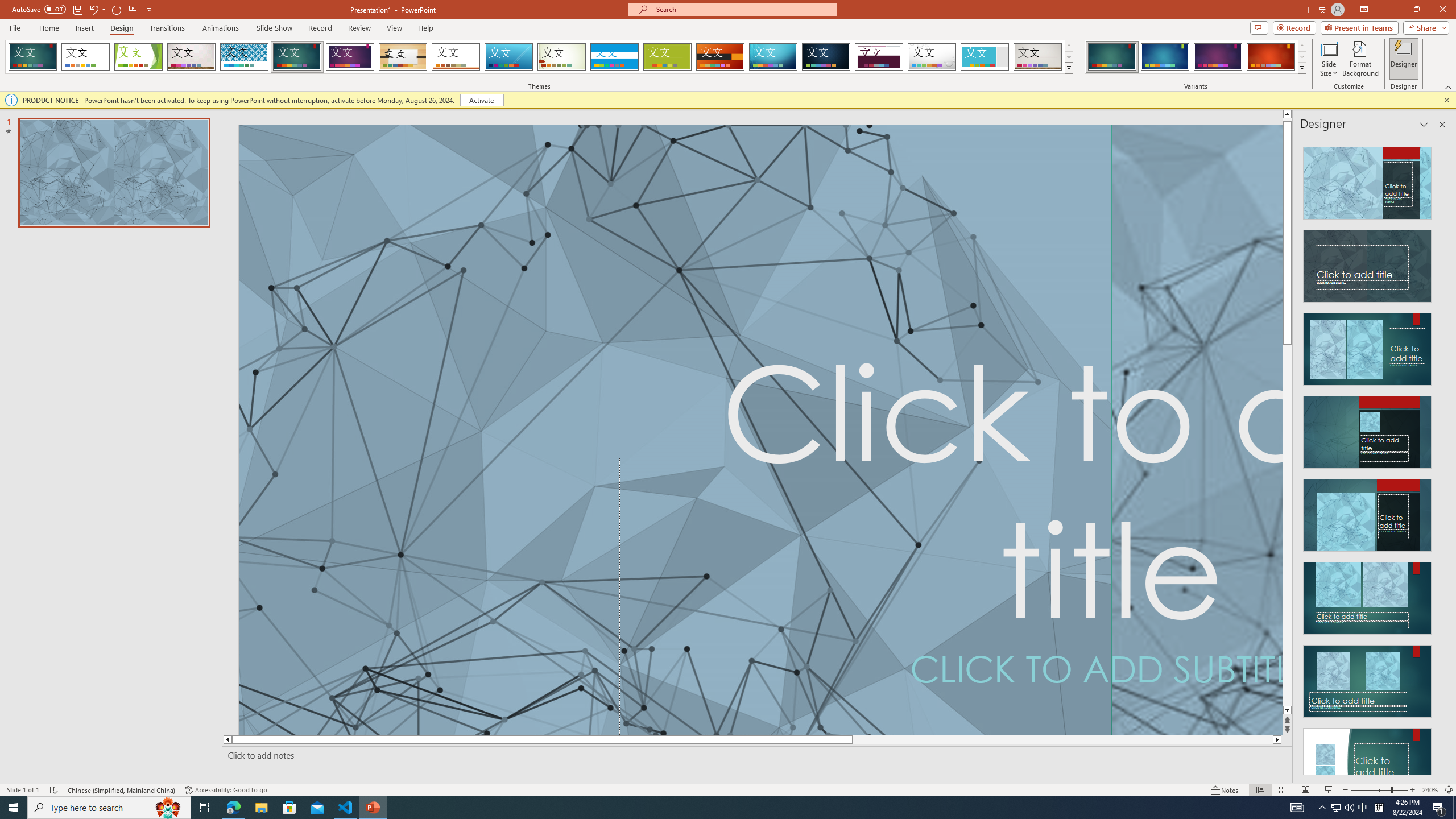 The height and width of the screenshot is (819, 1456). What do you see at coordinates (1366, 179) in the screenshot?
I see `'Recommended Design: Design Idea'` at bounding box center [1366, 179].